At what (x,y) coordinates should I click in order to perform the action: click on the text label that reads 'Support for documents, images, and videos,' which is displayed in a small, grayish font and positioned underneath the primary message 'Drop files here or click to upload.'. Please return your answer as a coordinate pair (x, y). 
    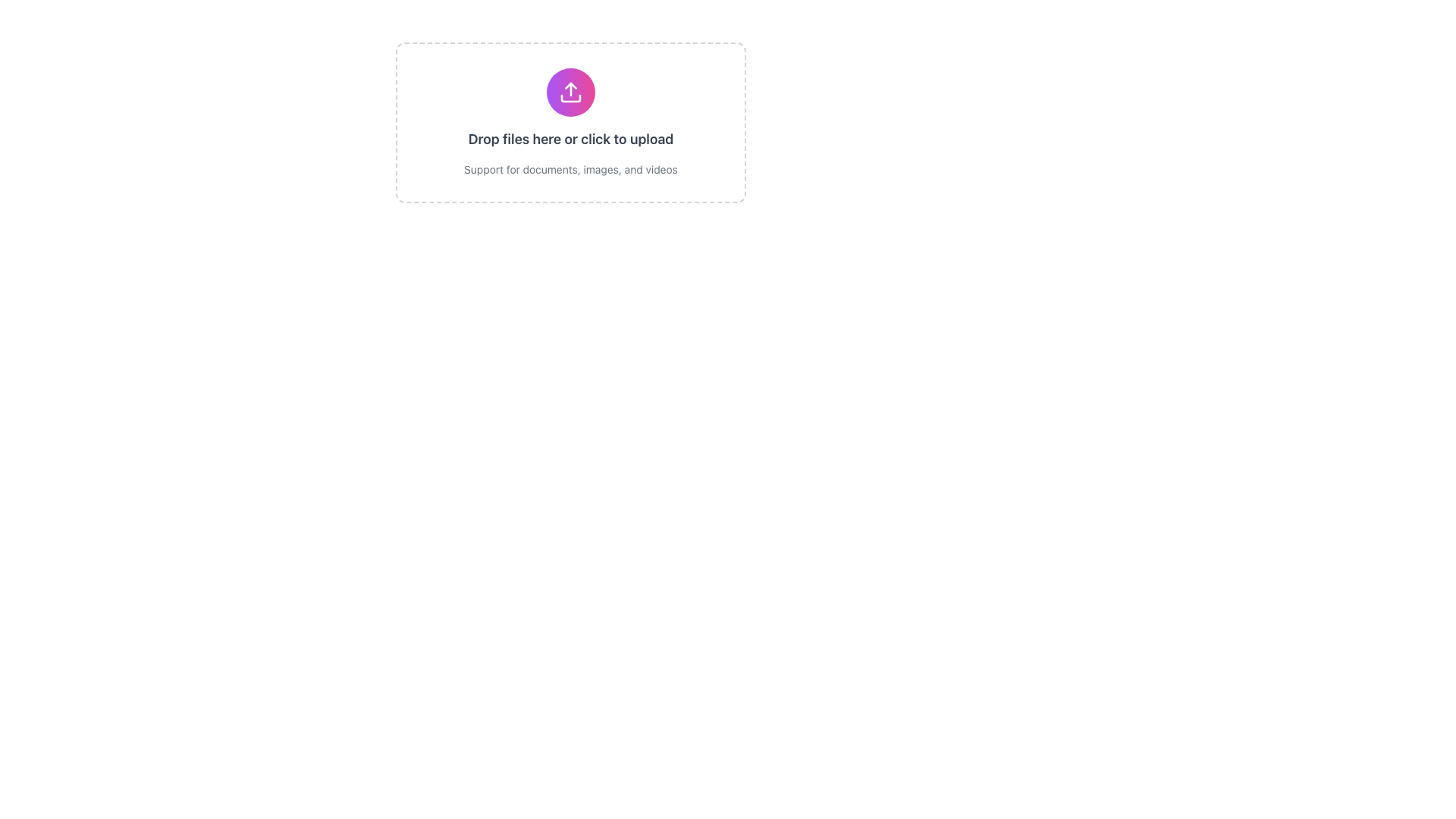
    Looking at the image, I should click on (570, 169).